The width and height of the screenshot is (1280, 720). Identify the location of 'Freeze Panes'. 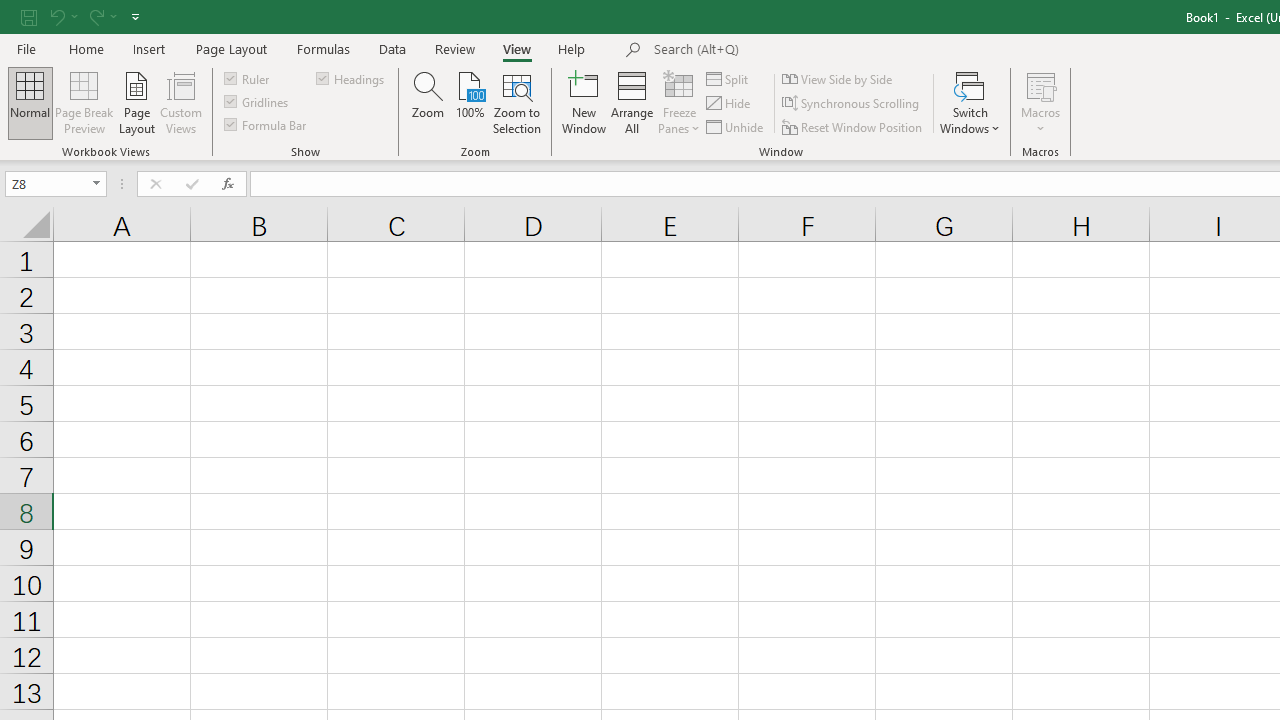
(679, 103).